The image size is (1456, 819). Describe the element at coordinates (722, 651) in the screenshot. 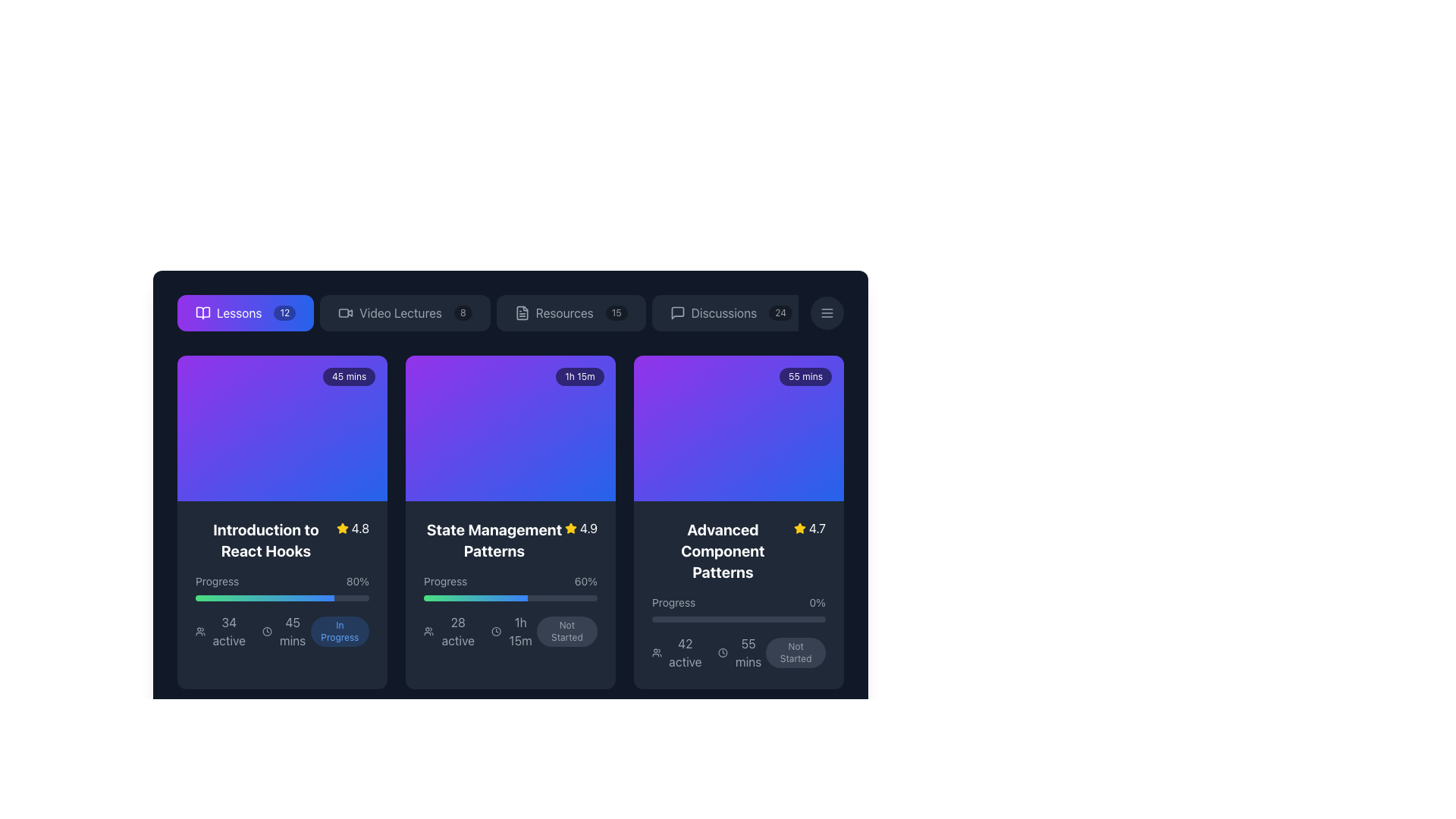

I see `the clock icon located to the left of the '55 mins' text within the 'Advanced Component Patterns' card` at that location.